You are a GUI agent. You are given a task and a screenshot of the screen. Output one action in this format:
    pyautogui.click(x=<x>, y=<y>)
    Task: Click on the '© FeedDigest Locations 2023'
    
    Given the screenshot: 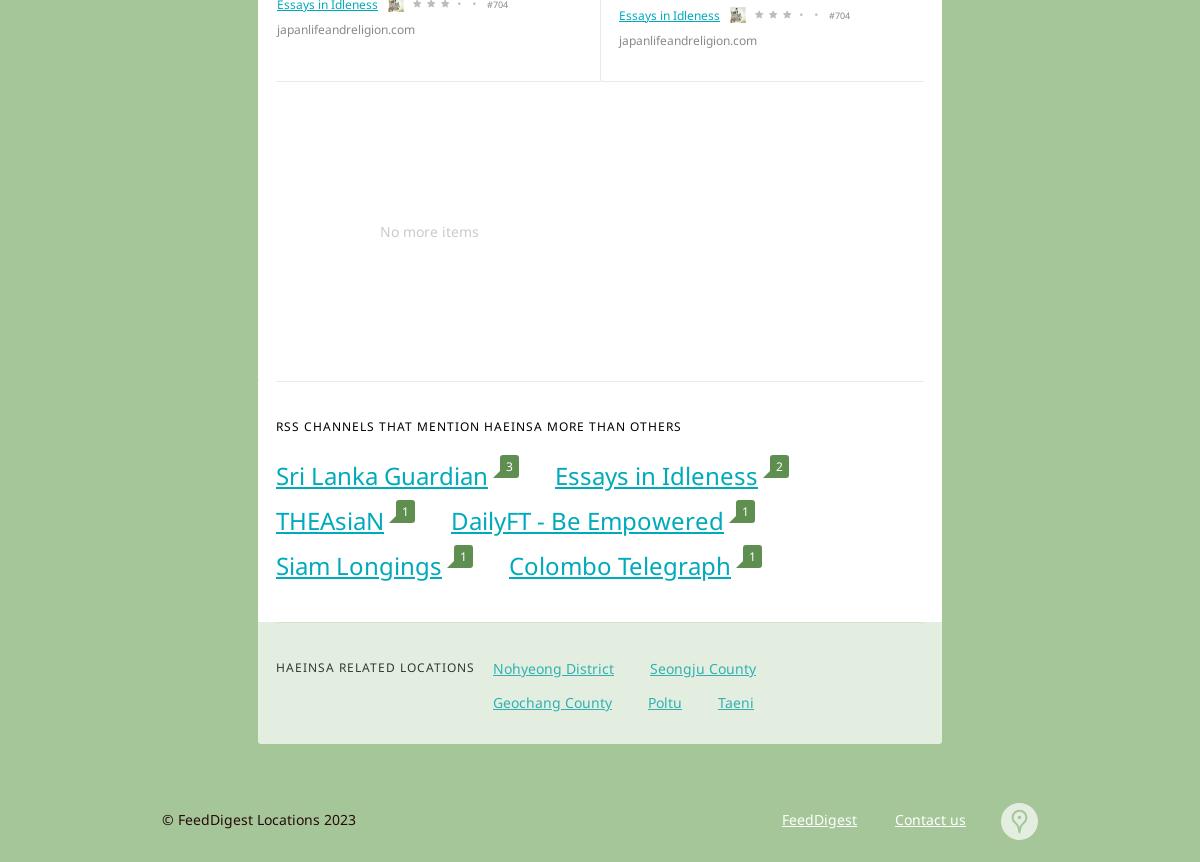 What is the action you would take?
    pyautogui.click(x=161, y=818)
    